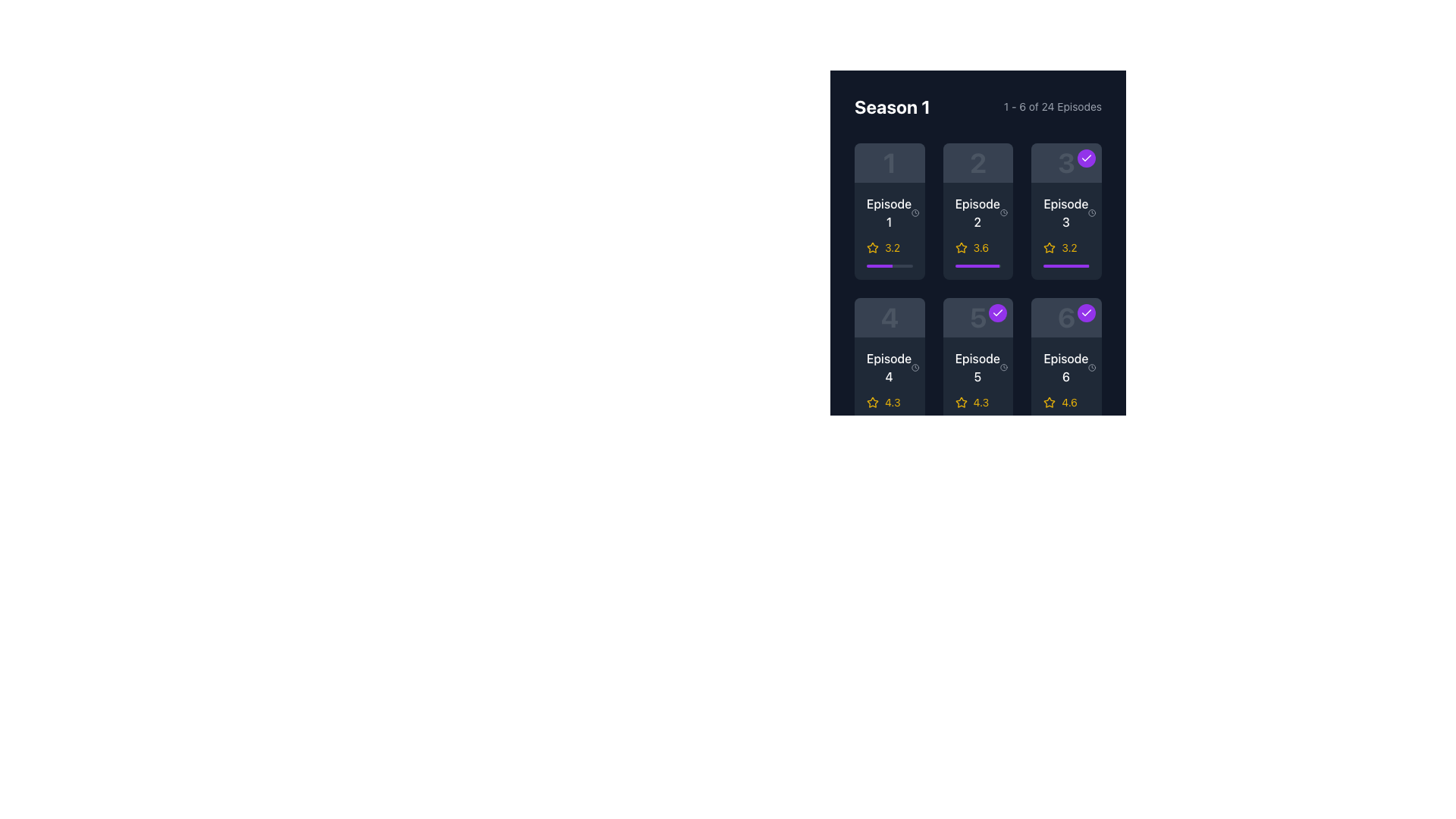  What do you see at coordinates (890, 213) in the screenshot?
I see `text label displaying 'Episode 1' which is centrally positioned on the dark card in the first column and first row of the episode grid` at bounding box center [890, 213].